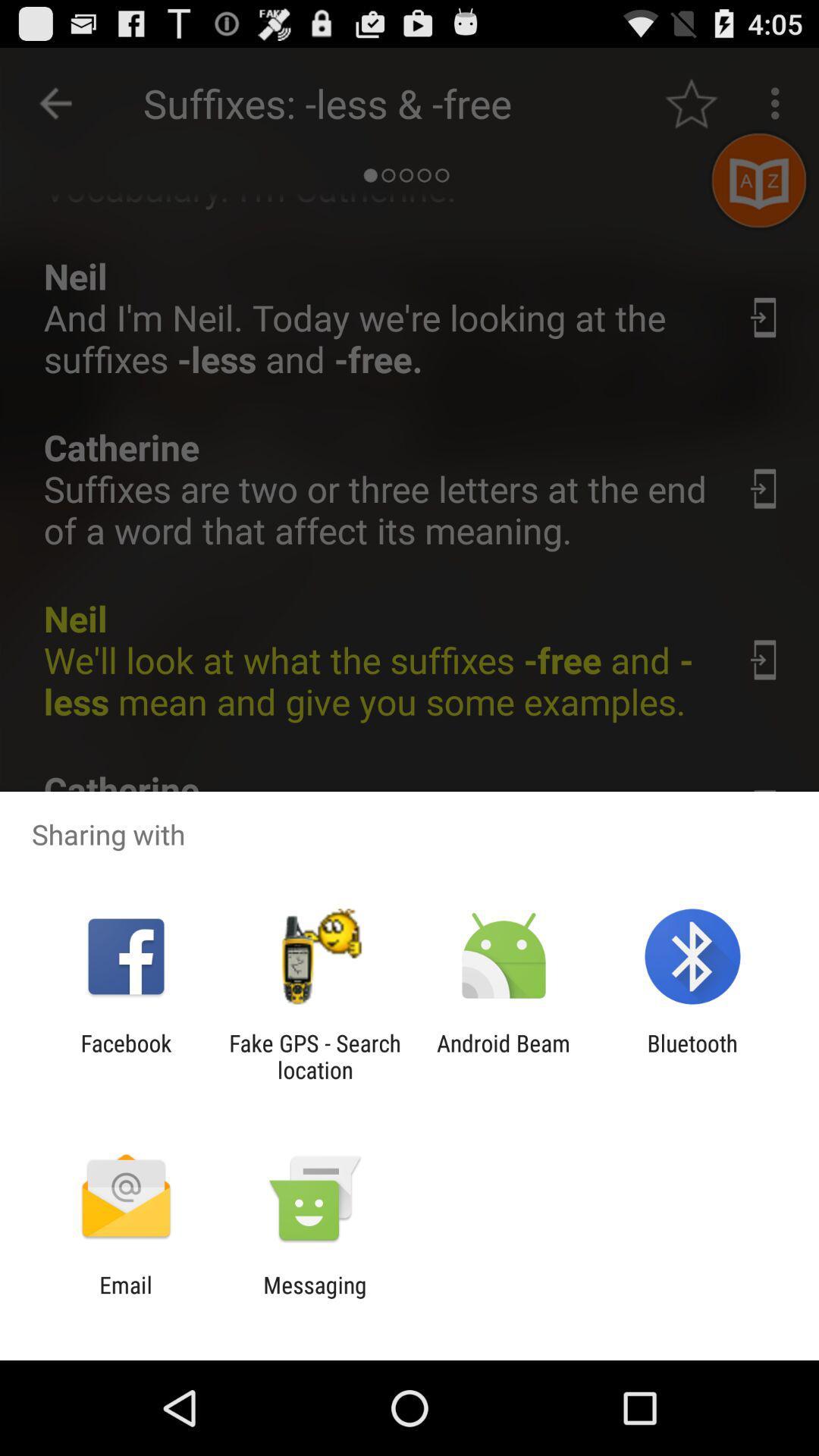  I want to click on the icon to the left of messaging, so click(125, 1298).